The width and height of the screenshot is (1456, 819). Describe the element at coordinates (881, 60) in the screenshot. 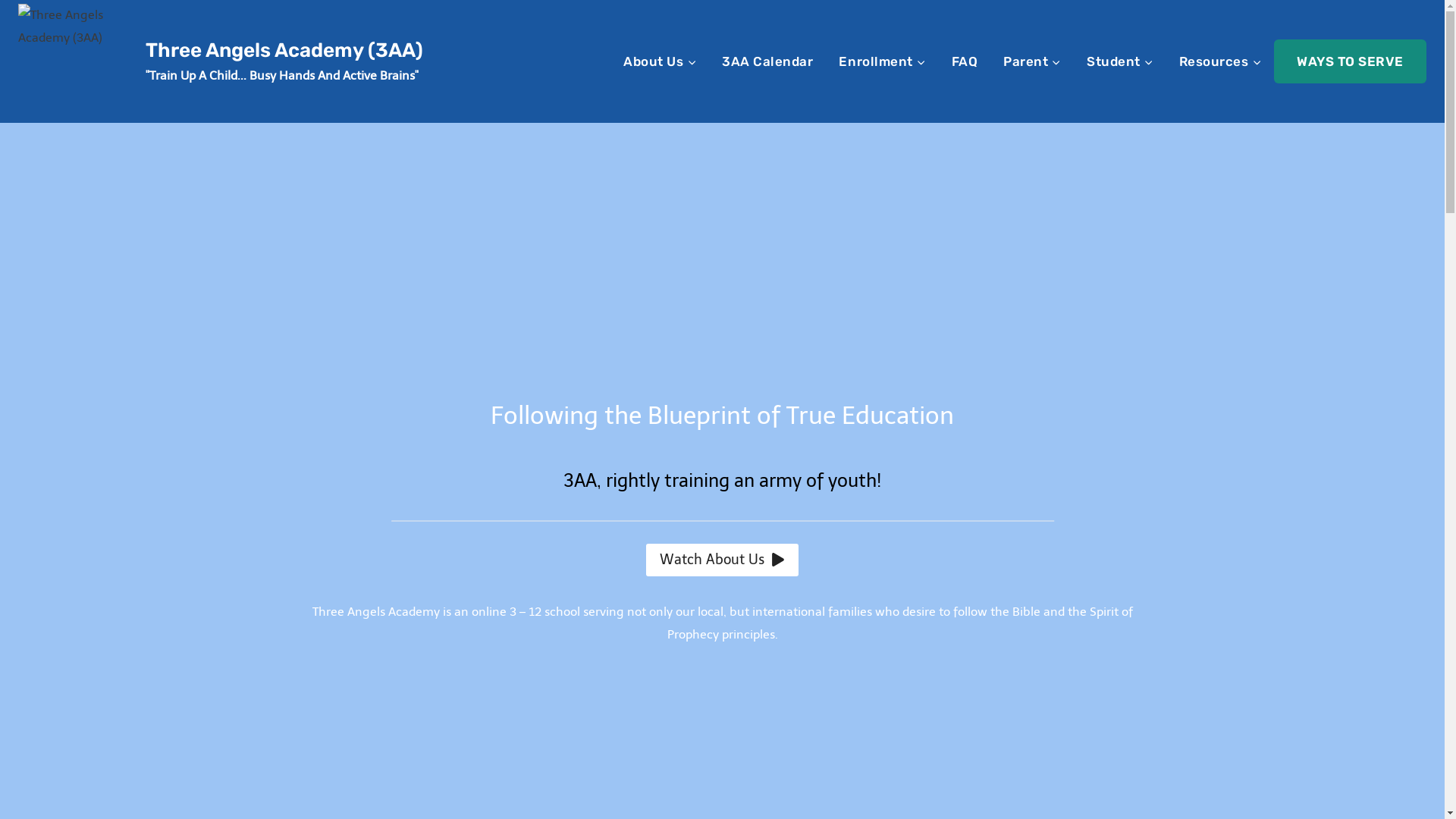

I see `'Enrollment'` at that location.